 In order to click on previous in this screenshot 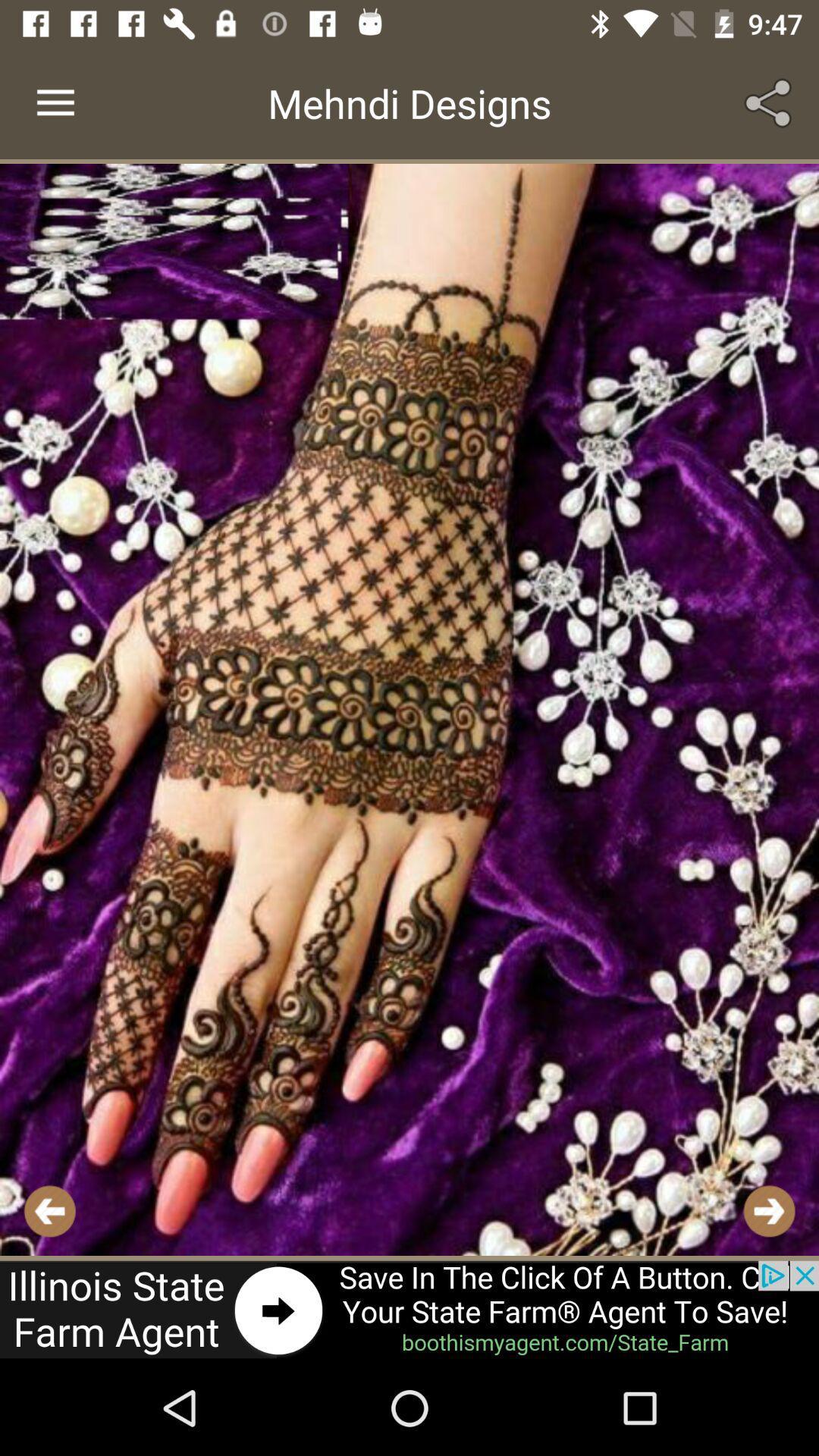, I will do `click(49, 1210)`.